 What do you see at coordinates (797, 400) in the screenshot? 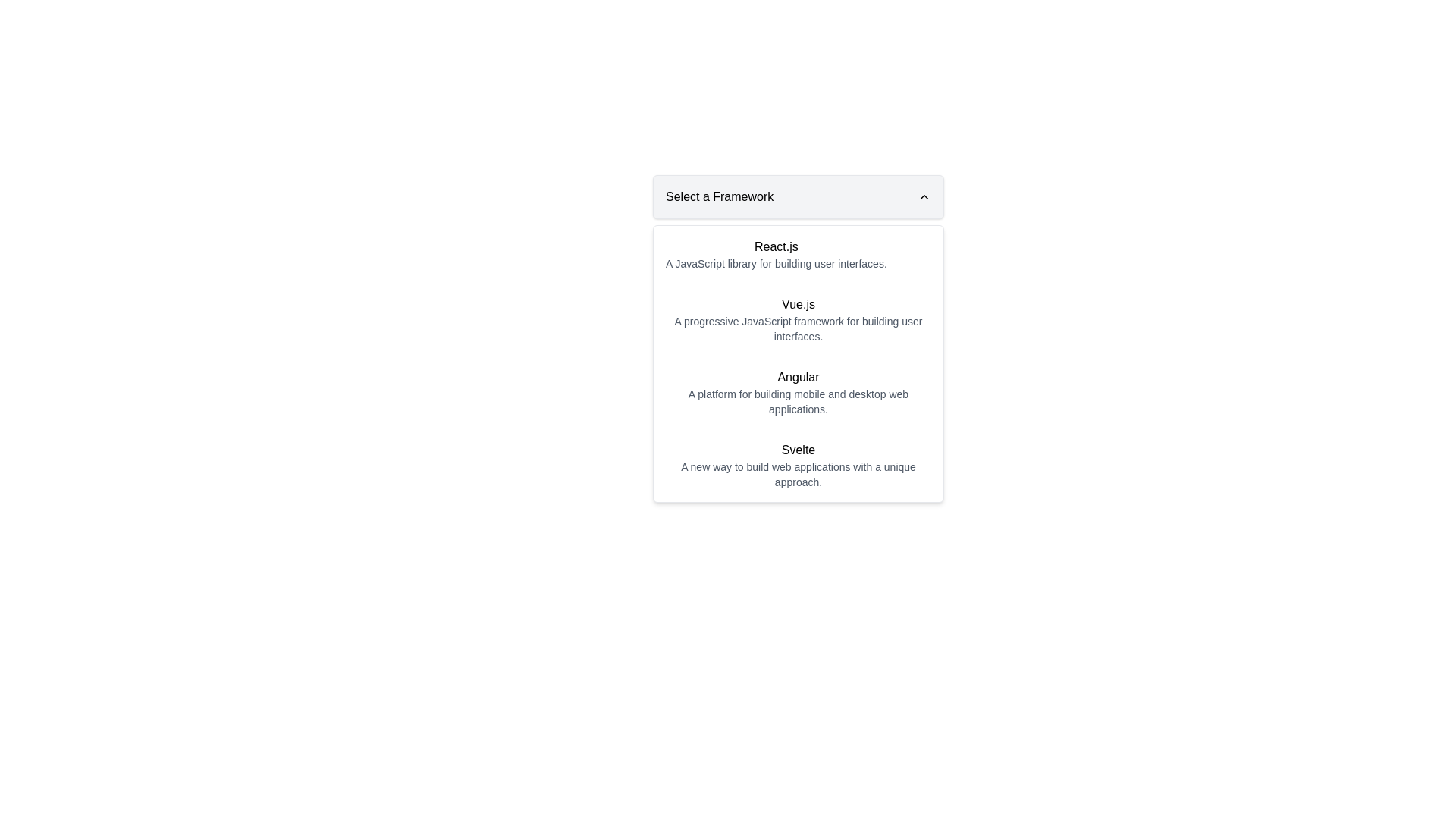
I see `text content from the text block that contains 'A platform for building mobile and desktop web applications.' located below the 'Angular' heading` at bounding box center [797, 400].